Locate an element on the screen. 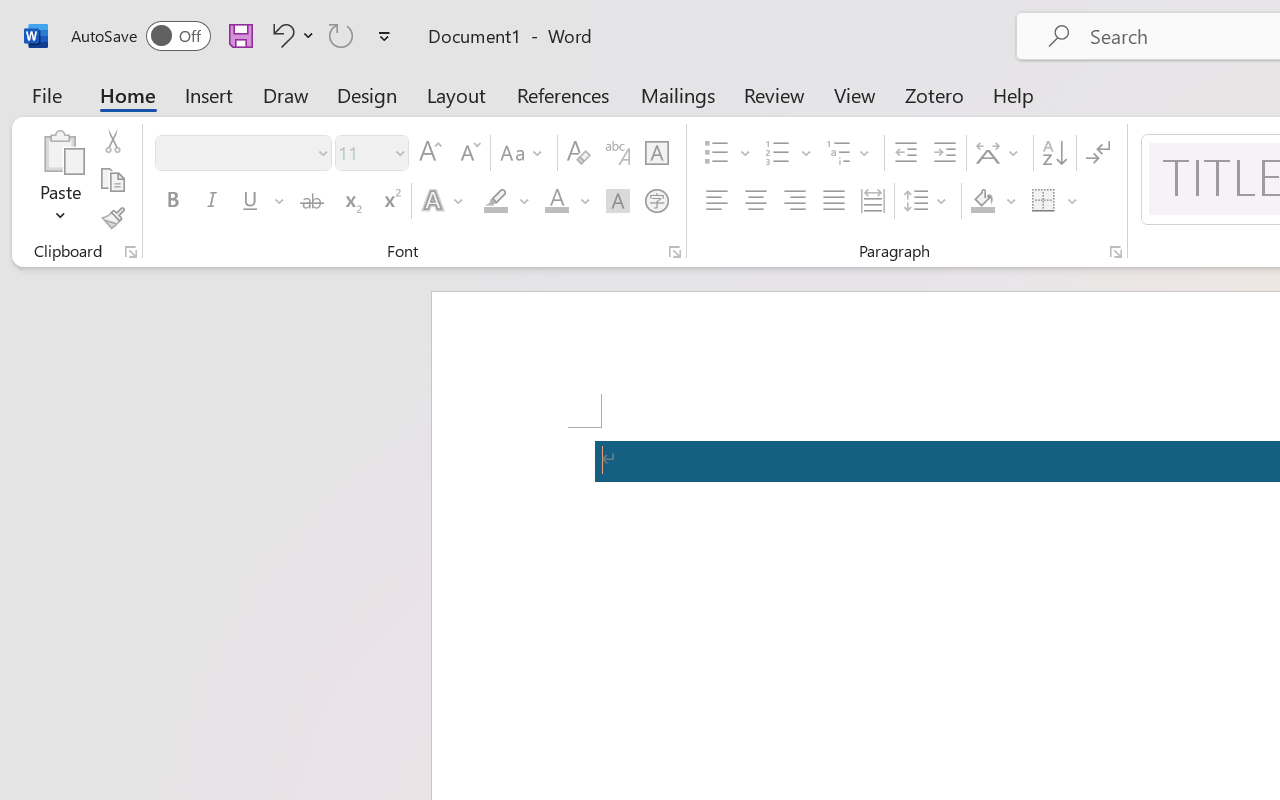 The image size is (1280, 800). 'Undo Apply Quick Style Set' is located at coordinates (289, 34).